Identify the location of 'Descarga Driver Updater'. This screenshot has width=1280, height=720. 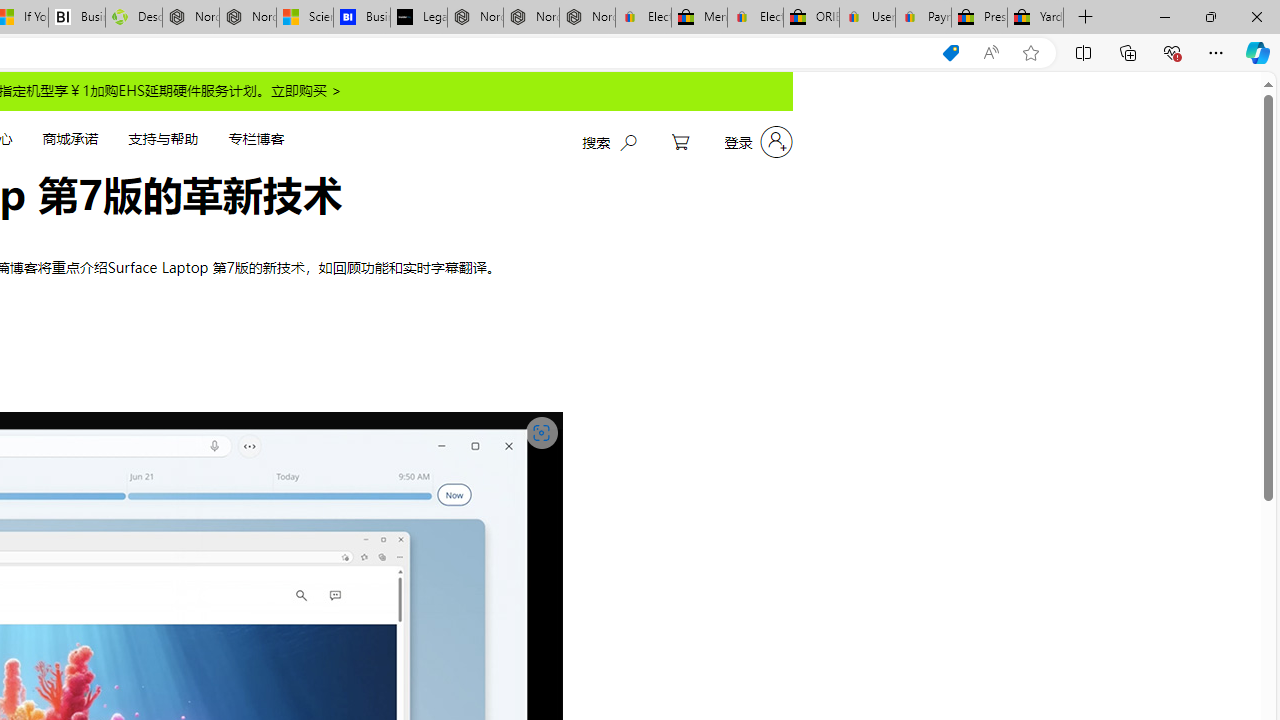
(133, 17).